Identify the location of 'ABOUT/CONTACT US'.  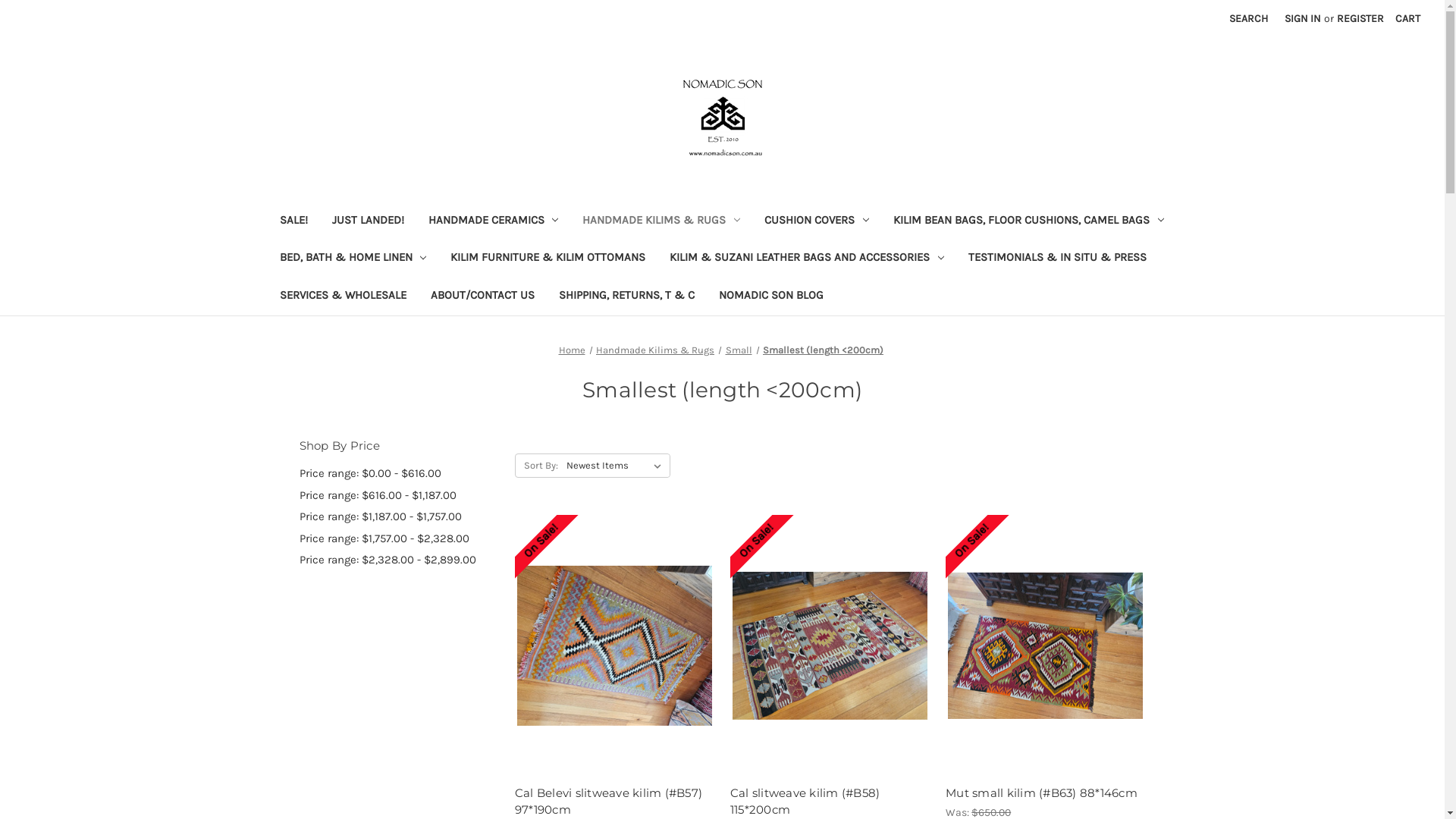
(482, 297).